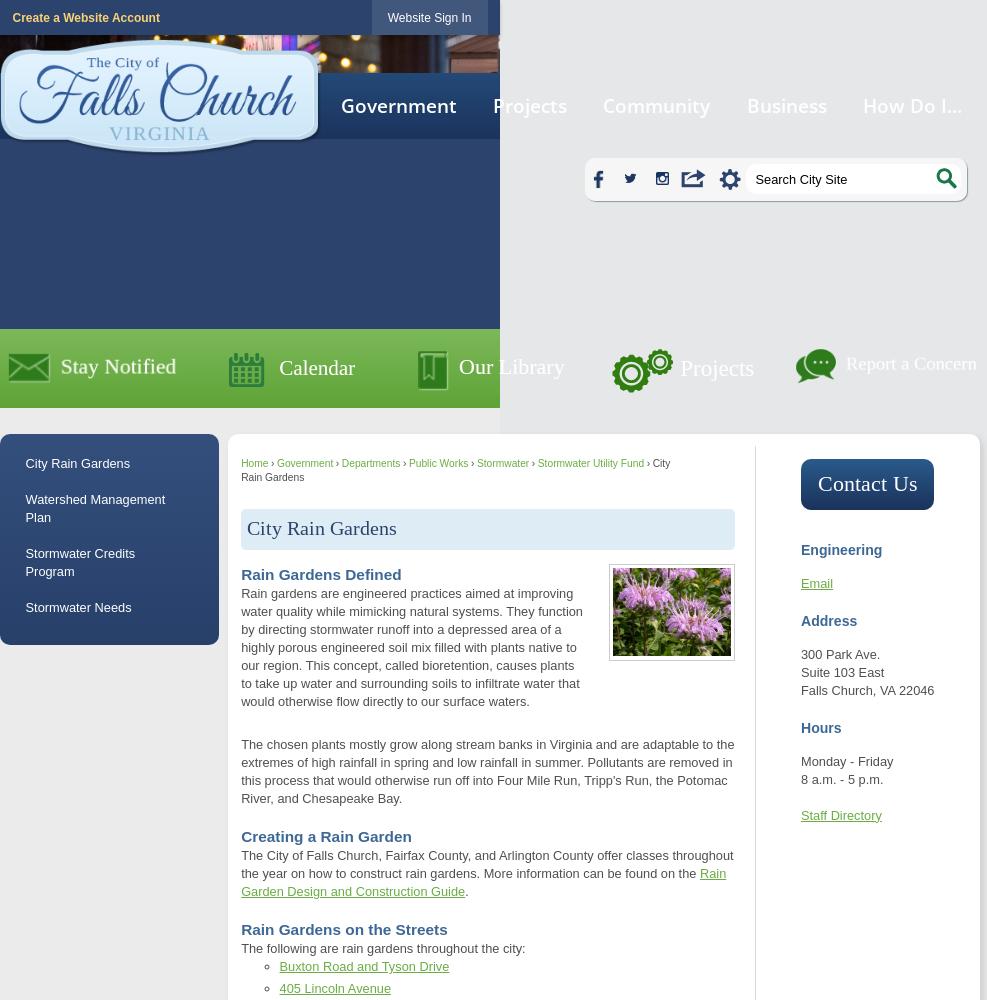  Describe the element at coordinates (80, 561) in the screenshot. I see `'Stormwater Credits Program'` at that location.